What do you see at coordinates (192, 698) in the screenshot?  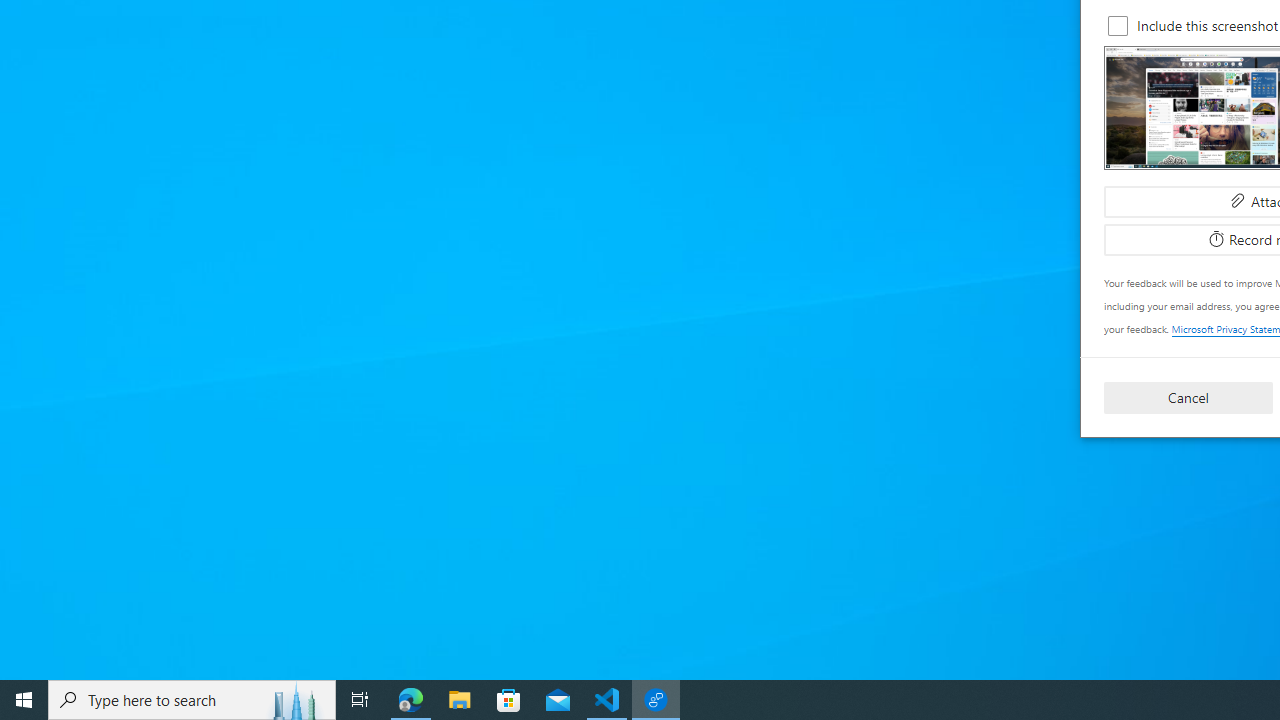 I see `'Type here to search'` at bounding box center [192, 698].